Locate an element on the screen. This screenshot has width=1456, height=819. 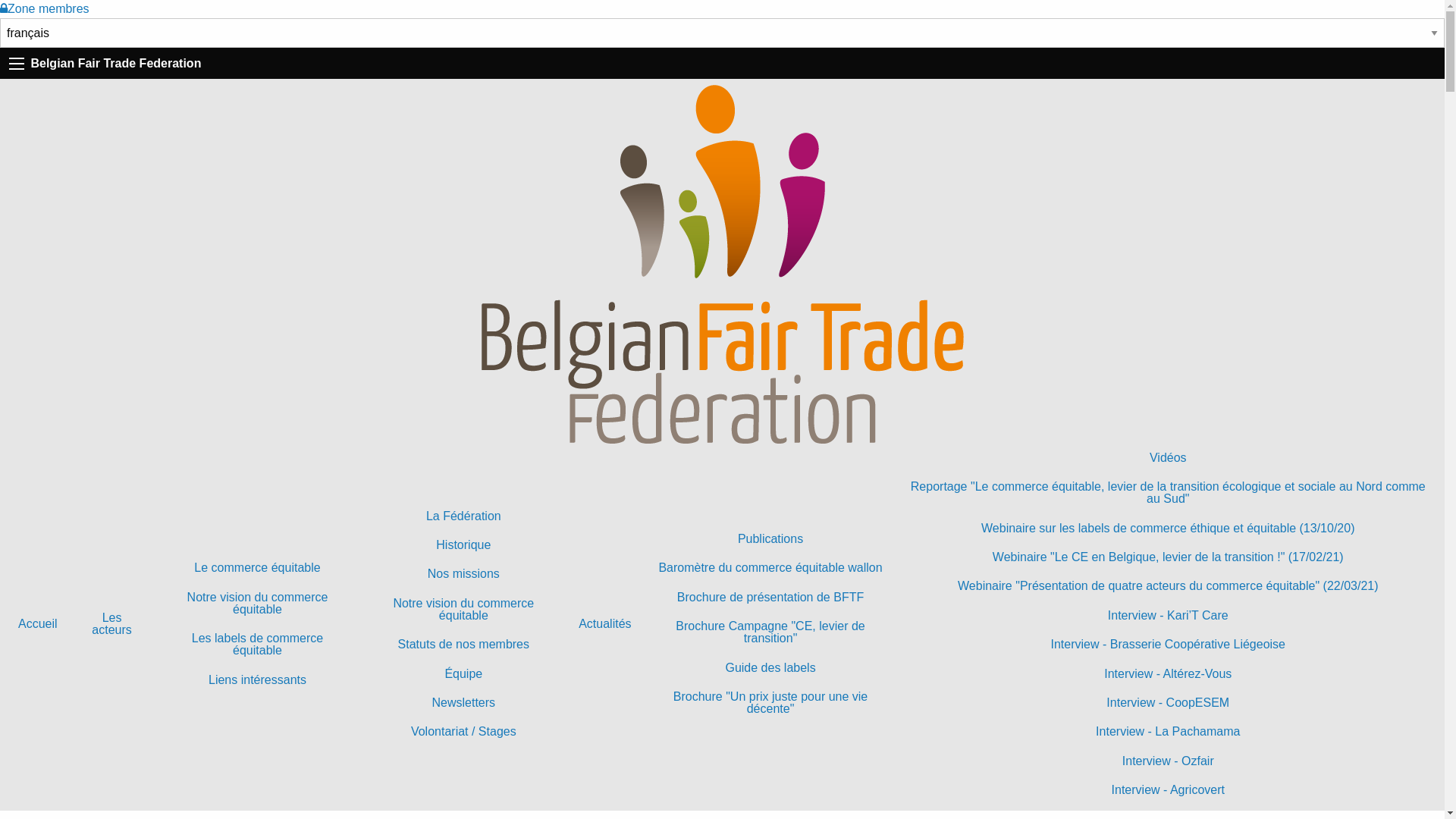
'Statuts de nos membres' is located at coordinates (462, 644).